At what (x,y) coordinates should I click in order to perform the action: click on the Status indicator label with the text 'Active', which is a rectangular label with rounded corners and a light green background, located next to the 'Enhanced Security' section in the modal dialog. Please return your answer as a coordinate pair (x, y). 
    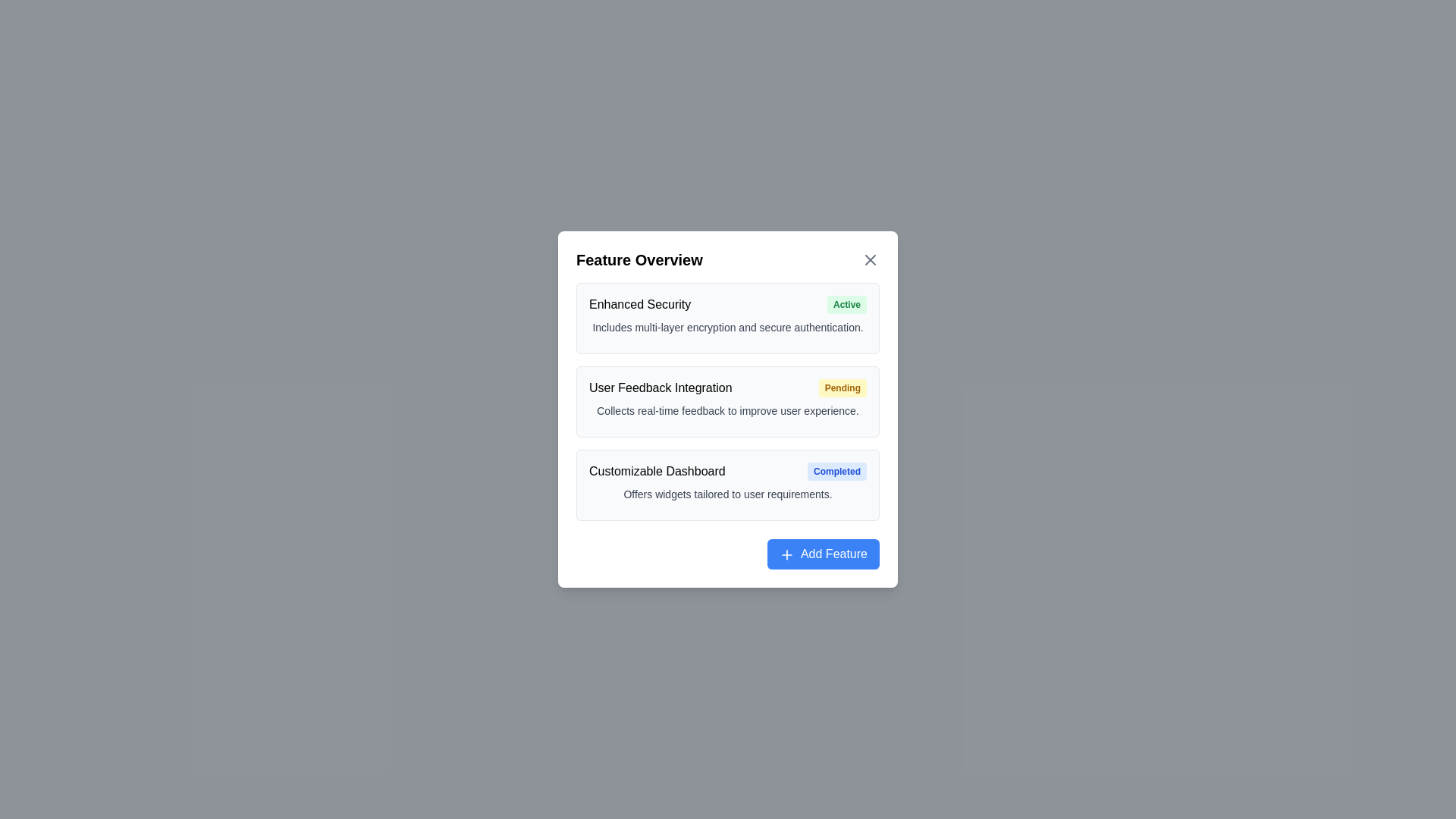
    Looking at the image, I should click on (846, 304).